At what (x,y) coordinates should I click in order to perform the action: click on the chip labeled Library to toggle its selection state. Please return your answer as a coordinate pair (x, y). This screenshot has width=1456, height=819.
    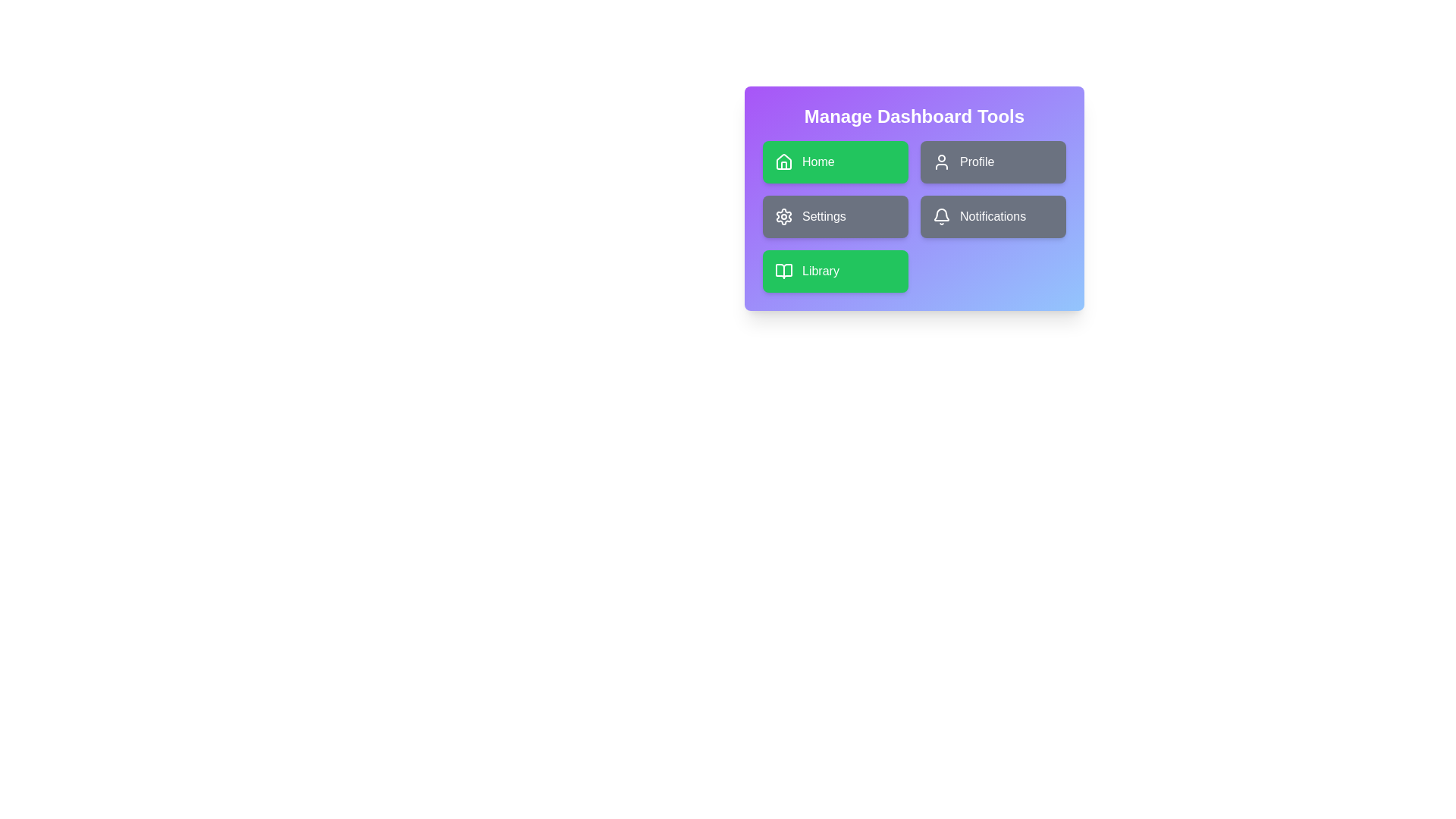
    Looking at the image, I should click on (835, 271).